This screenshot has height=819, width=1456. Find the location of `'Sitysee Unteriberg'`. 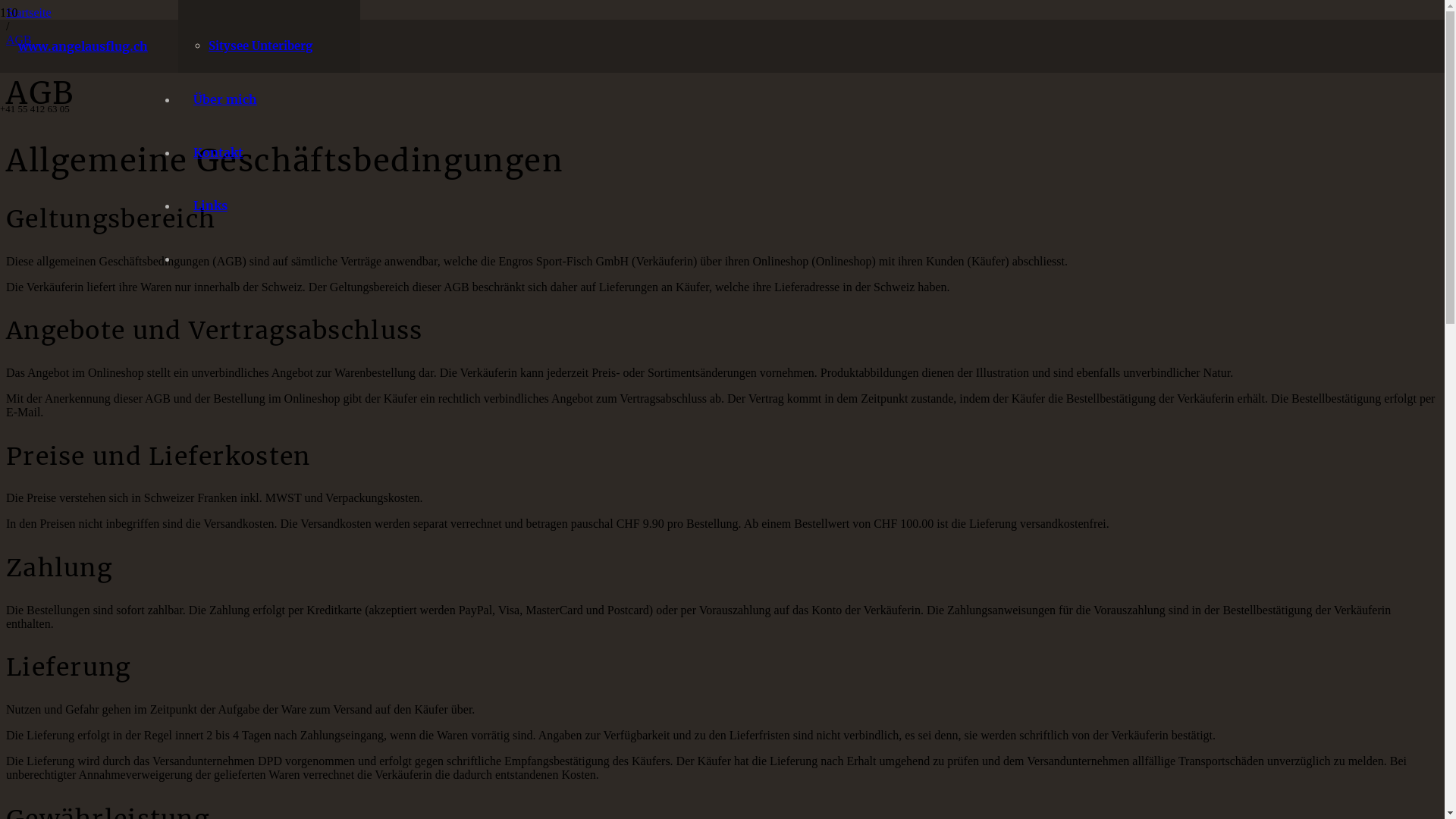

'Sitysee Unteriberg' is located at coordinates (207, 45).